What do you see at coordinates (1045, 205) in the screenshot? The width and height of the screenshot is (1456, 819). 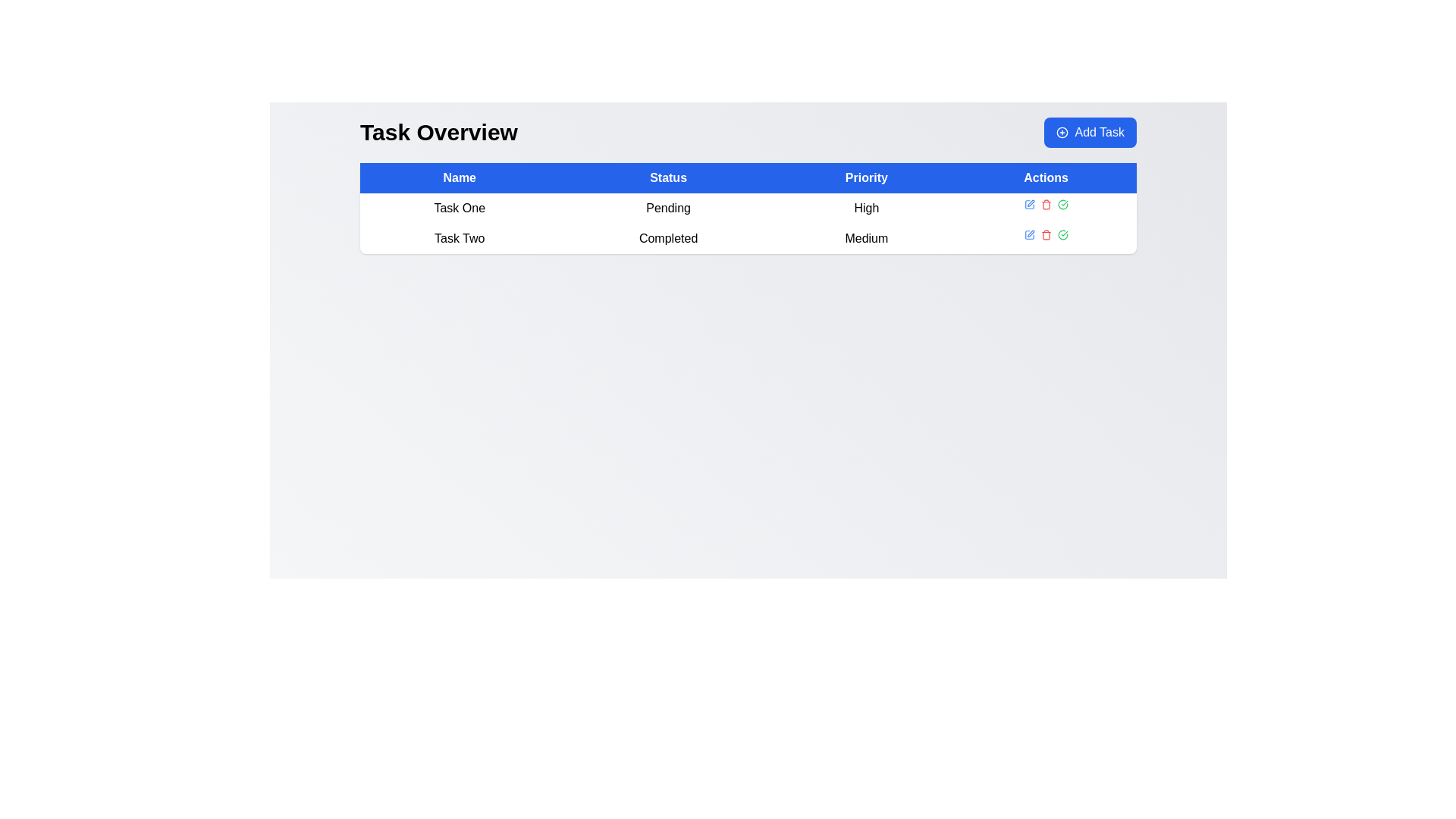 I see `the red trash can icon in the 'Actions' column of the first row` at bounding box center [1045, 205].